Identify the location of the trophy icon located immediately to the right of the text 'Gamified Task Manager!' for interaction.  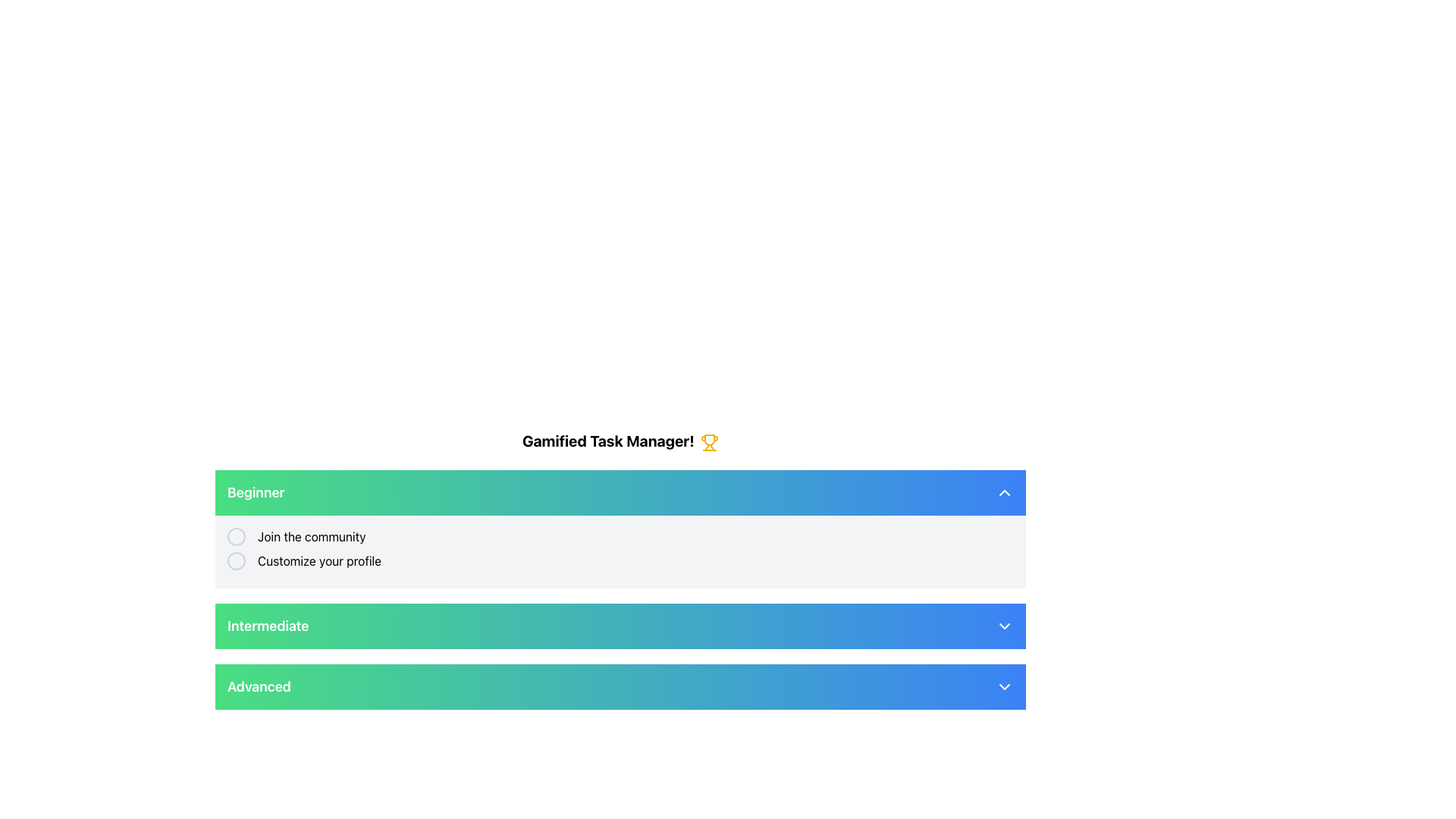
(709, 442).